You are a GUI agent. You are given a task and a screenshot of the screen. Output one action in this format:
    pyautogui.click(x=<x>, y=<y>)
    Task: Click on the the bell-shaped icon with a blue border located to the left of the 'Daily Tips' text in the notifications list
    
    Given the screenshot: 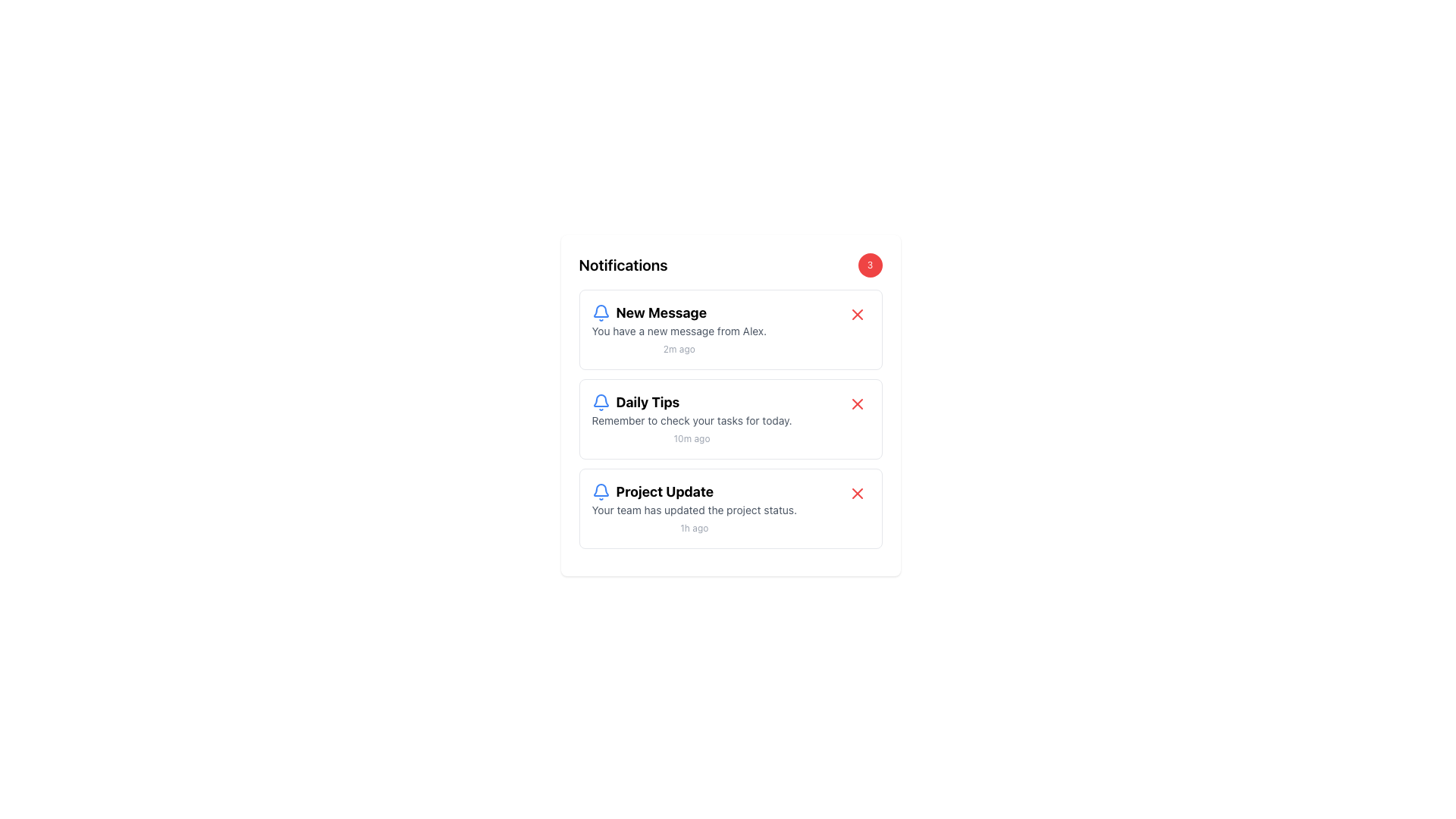 What is the action you would take?
    pyautogui.click(x=600, y=402)
    